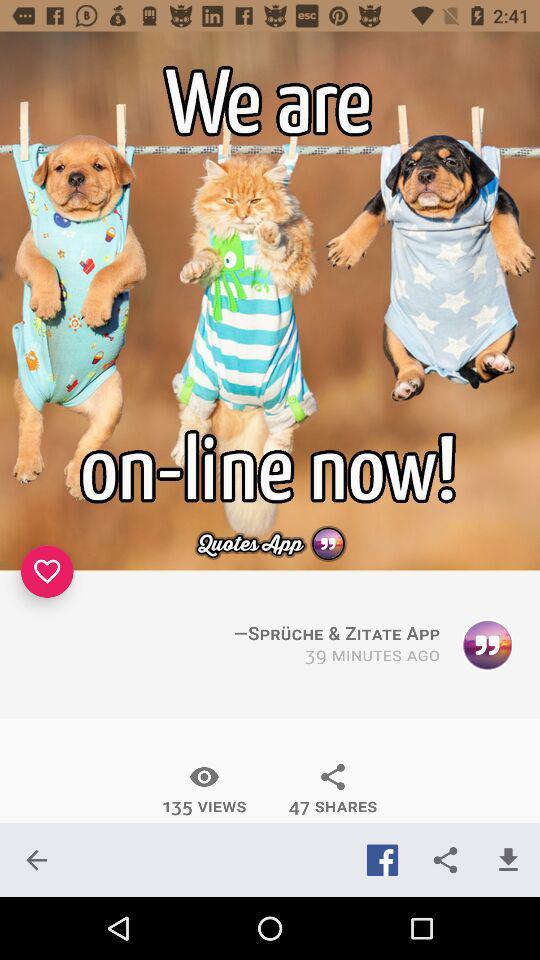  Describe the element at coordinates (333, 789) in the screenshot. I see `item next to the 135 views item` at that location.